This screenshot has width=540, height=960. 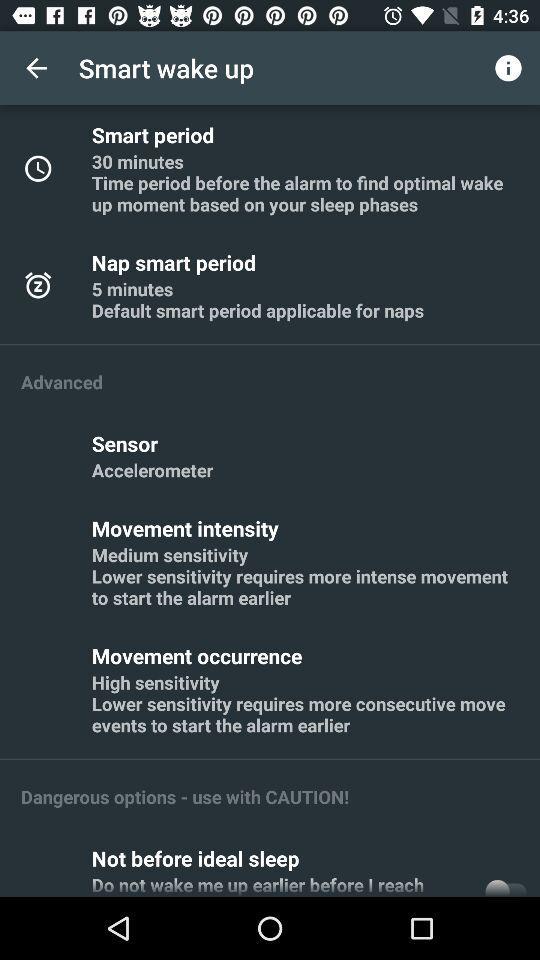 I want to click on icon next to the do not wake item, so click(x=504, y=883).